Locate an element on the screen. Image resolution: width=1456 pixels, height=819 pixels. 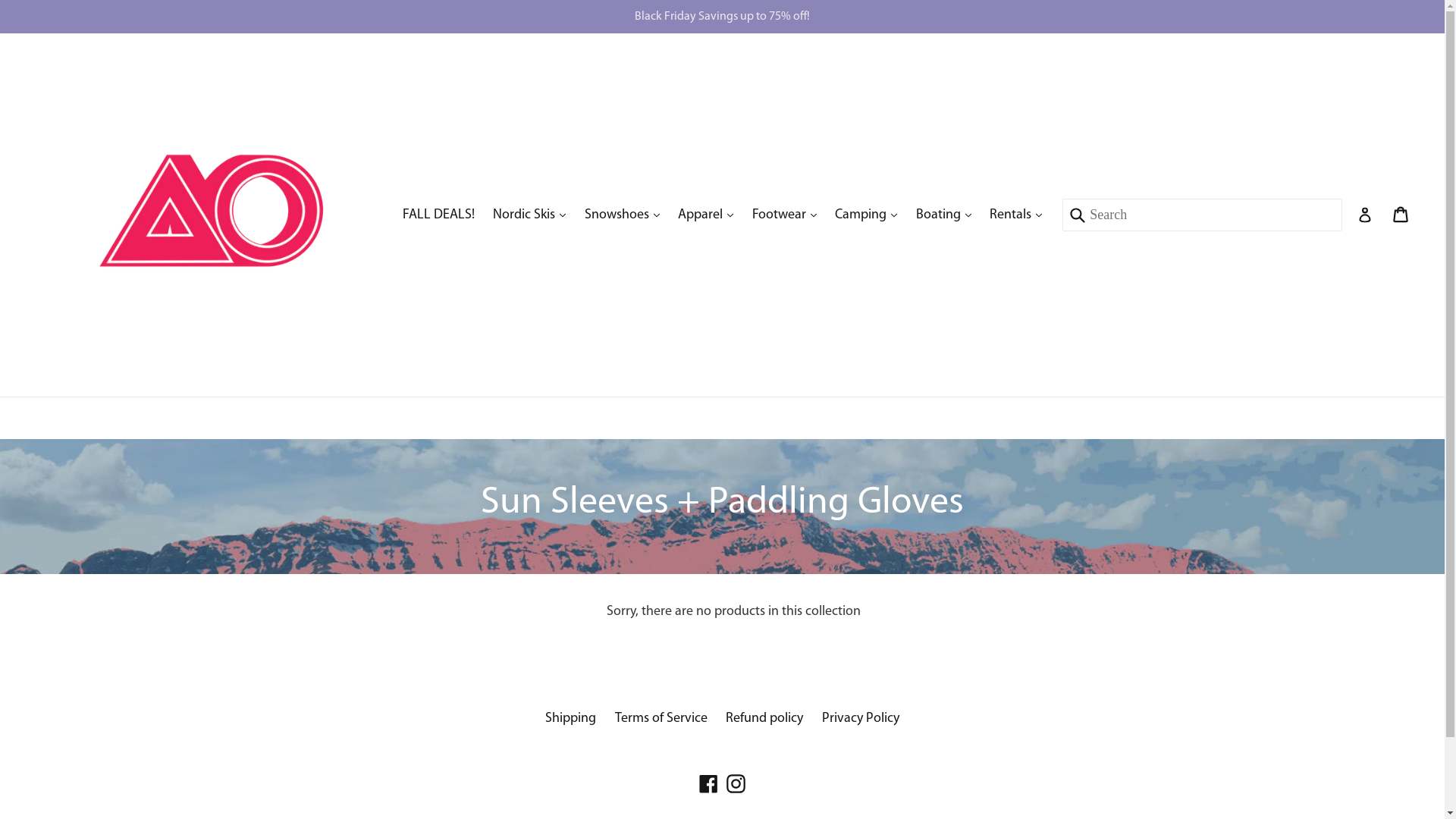
'Terms of Service' is located at coordinates (661, 717).